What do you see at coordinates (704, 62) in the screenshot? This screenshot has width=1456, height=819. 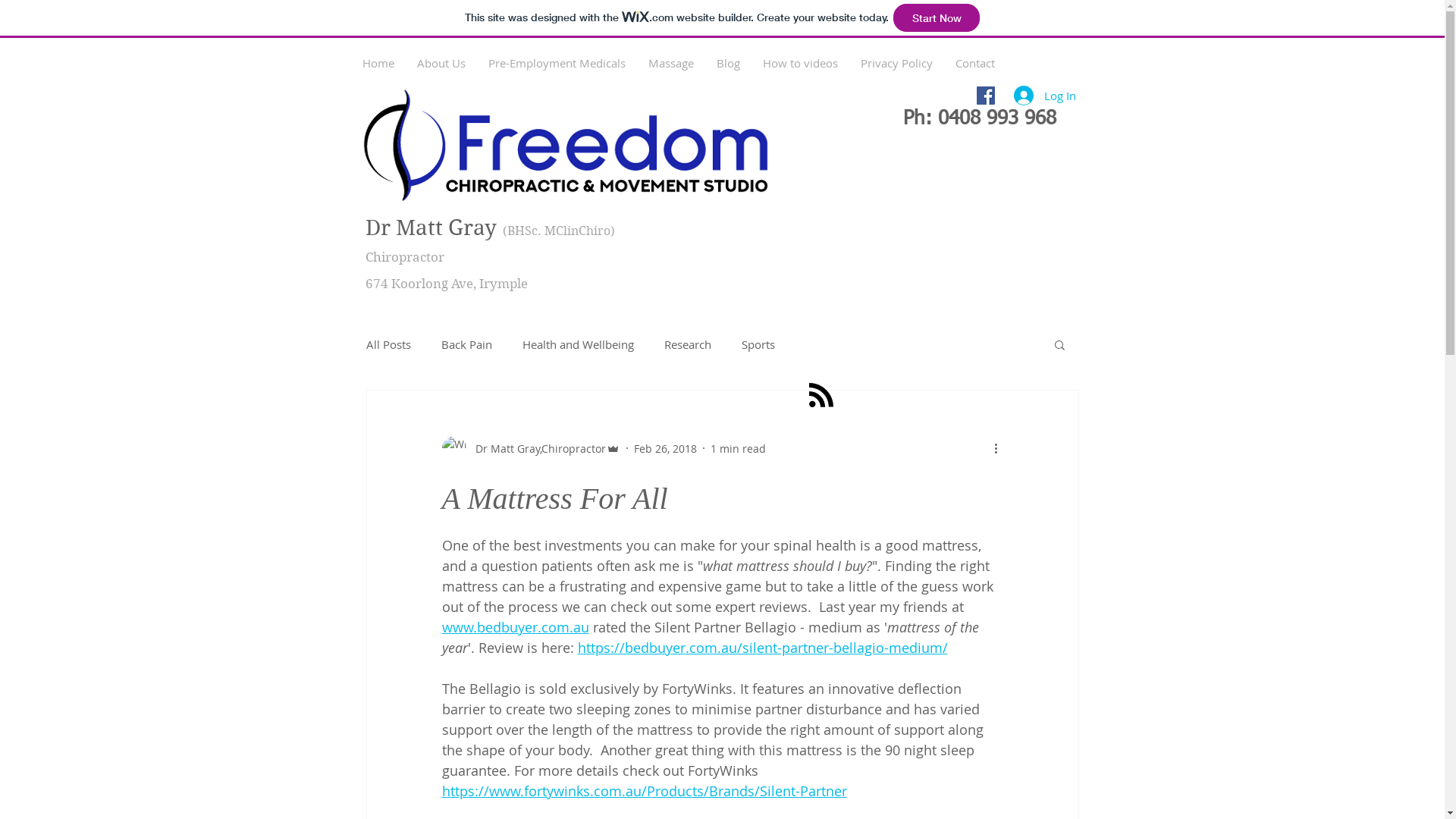 I see `'Blog'` at bounding box center [704, 62].